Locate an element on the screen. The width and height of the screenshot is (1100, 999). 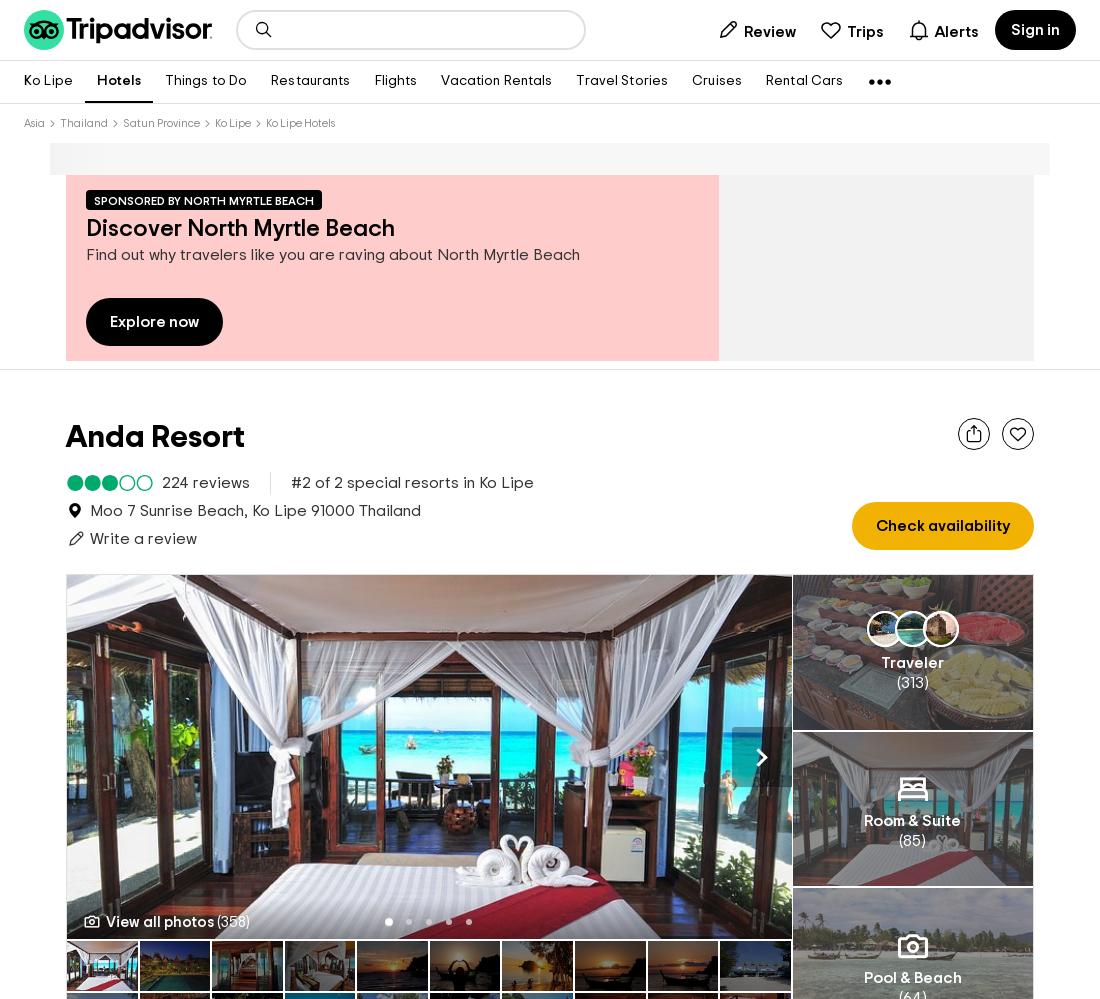
'Traveler' is located at coordinates (912, 629).